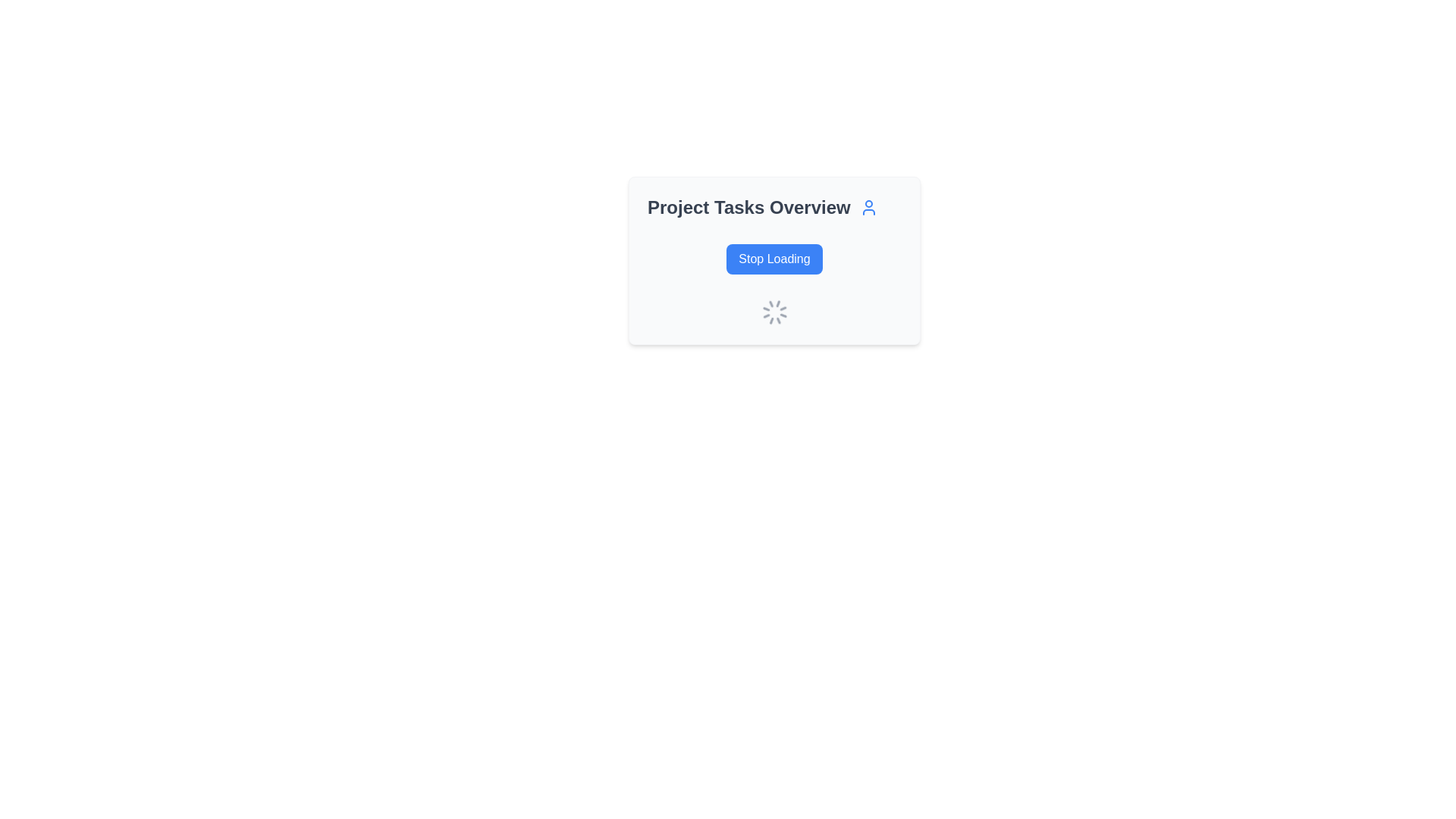  Describe the element at coordinates (774, 312) in the screenshot. I see `the loading spinner located beneath the 'Stop Loading' button in the 'Project Tasks Overview' section to understand the loading status` at that location.